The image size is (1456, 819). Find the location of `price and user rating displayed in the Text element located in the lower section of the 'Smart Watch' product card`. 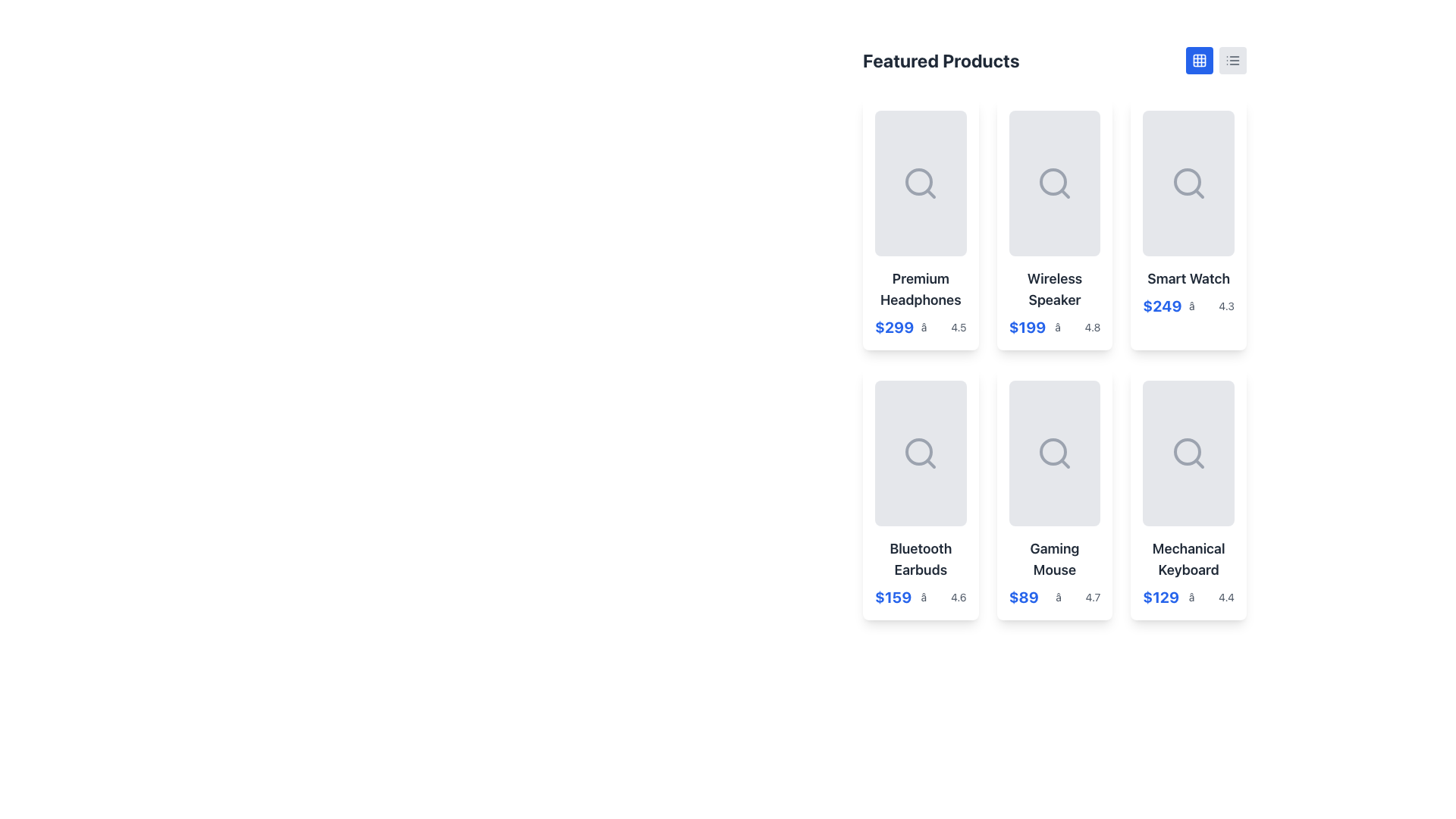

price and user rating displayed in the Text element located in the lower section of the 'Smart Watch' product card is located at coordinates (1188, 306).